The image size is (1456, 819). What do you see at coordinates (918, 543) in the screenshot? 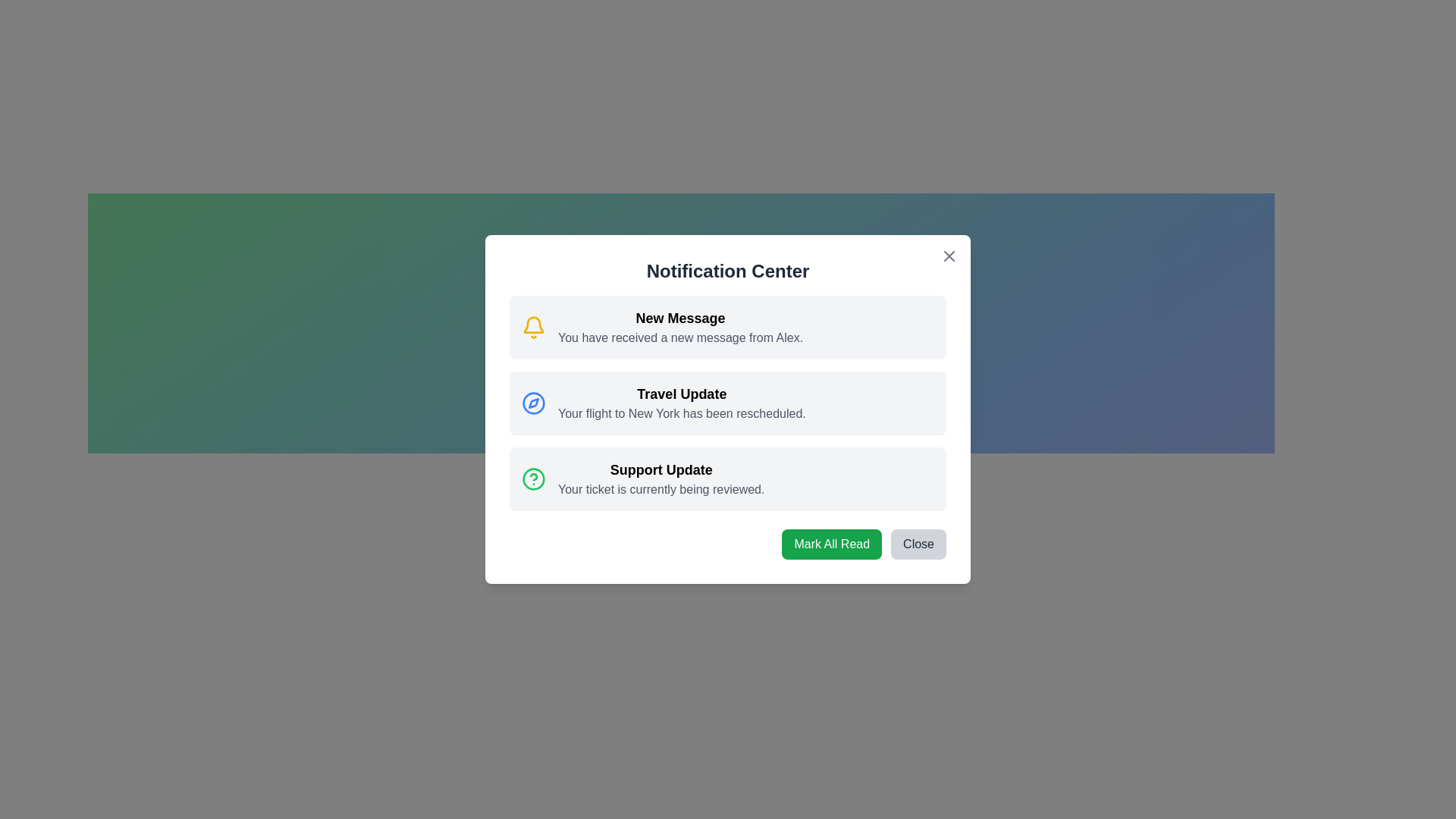
I see `the 'Close' button, which is a rectangular button with rounded corners and a gray background, located at the bottom-right corner of the modal window` at bounding box center [918, 543].